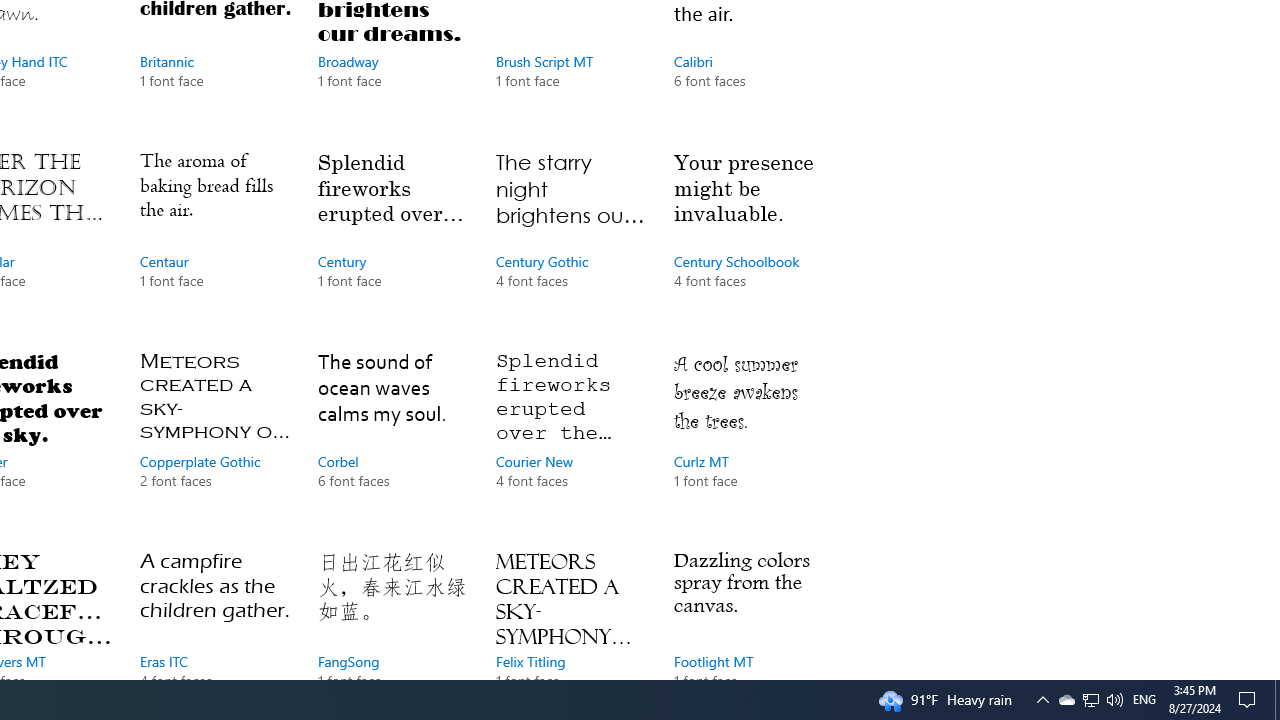  Describe the element at coordinates (569, 238) in the screenshot. I see `'Century Gothic, 4 font faces'` at that location.